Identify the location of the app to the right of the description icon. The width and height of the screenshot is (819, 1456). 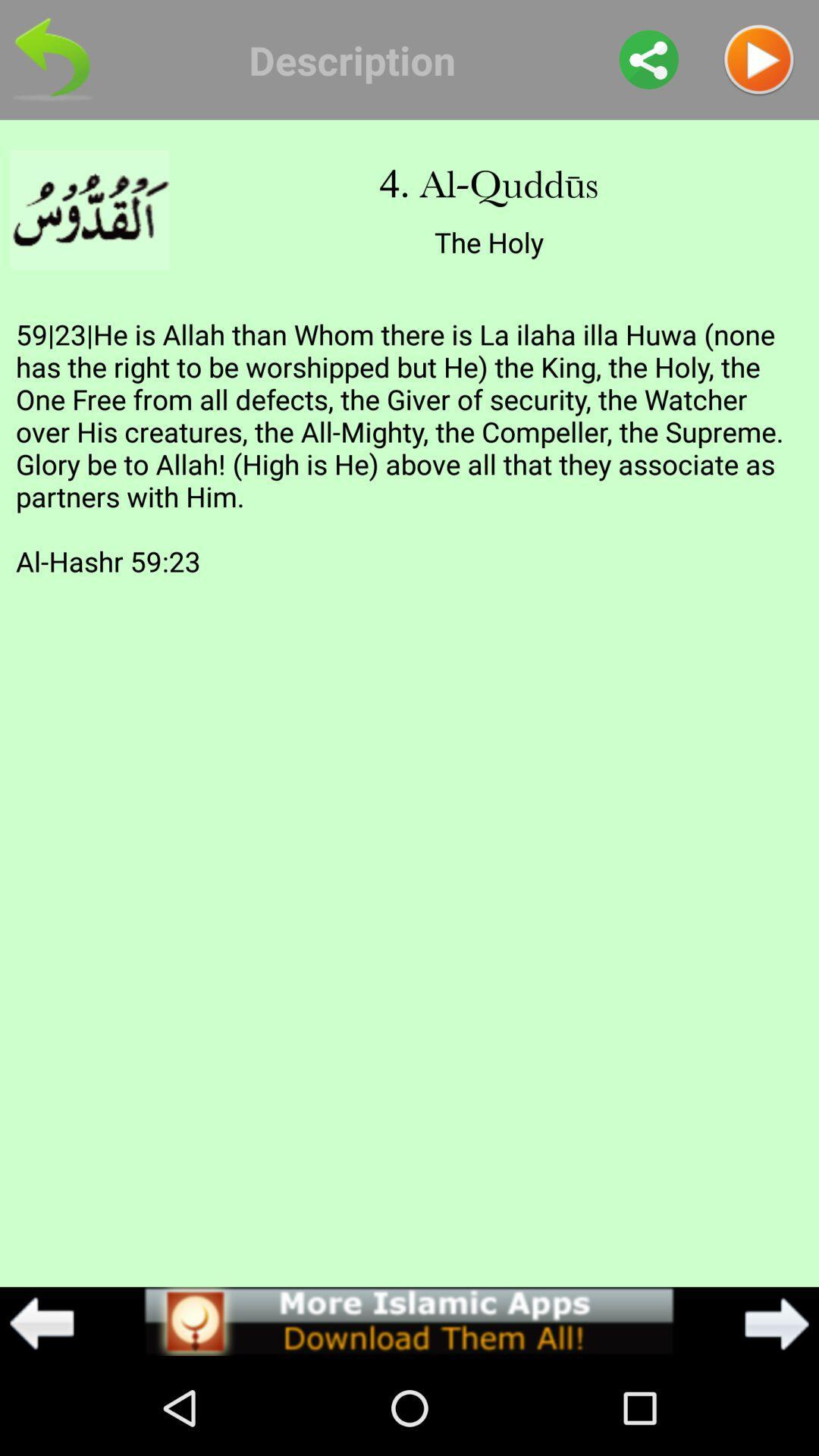
(648, 59).